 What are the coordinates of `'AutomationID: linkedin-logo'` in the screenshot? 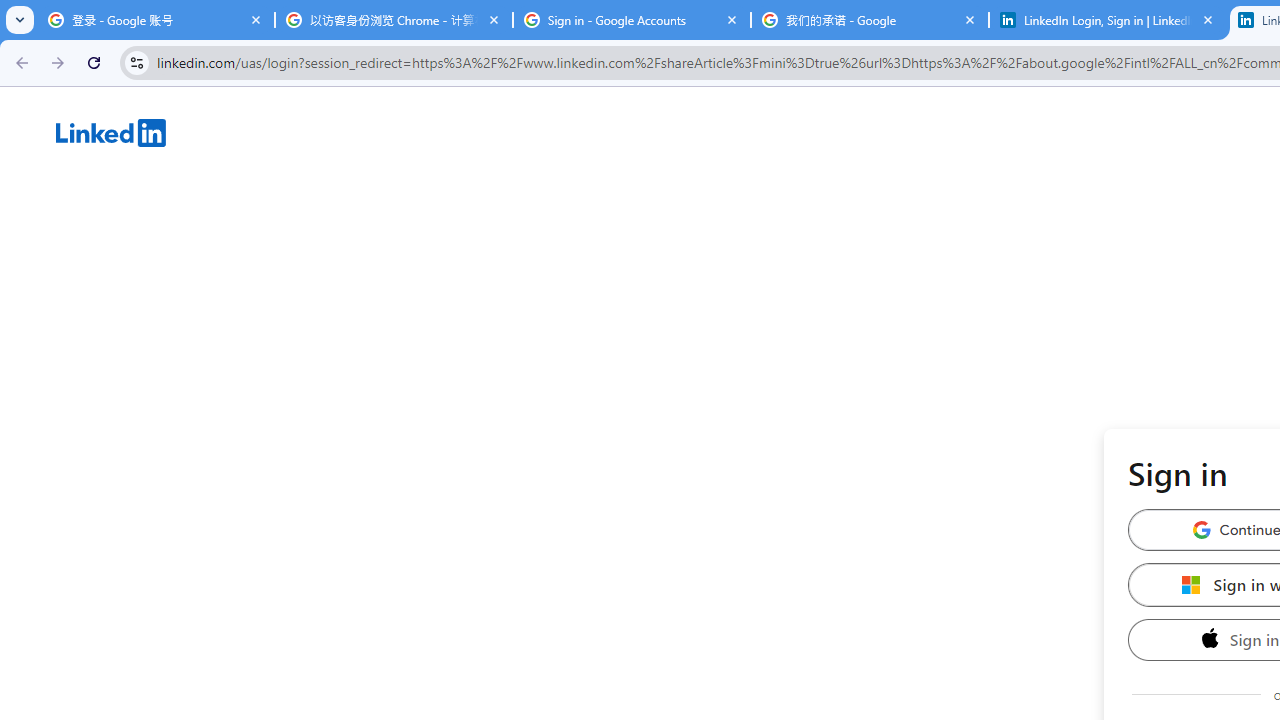 It's located at (110, 132).